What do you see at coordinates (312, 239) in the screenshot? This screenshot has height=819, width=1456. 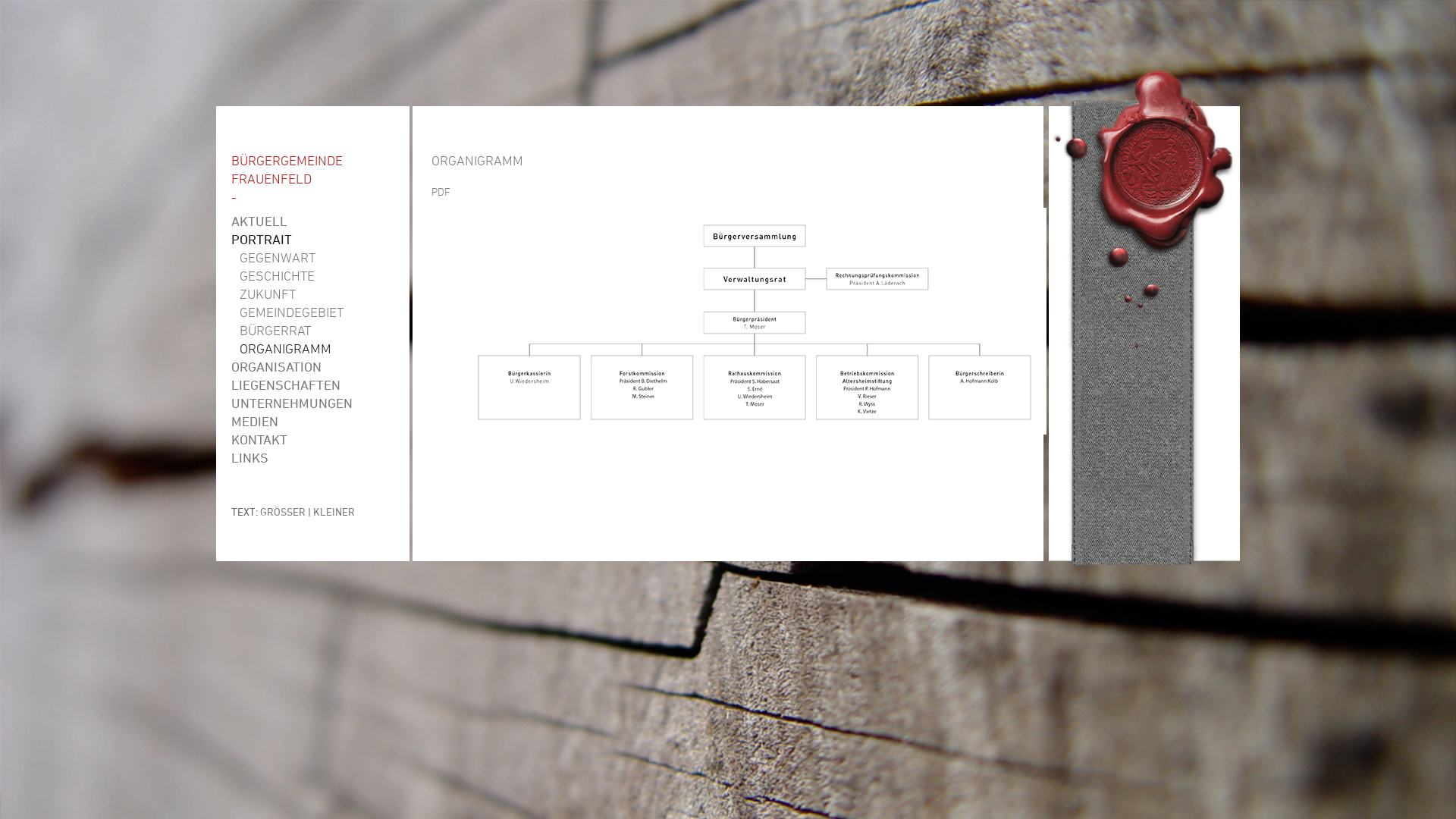 I see `'PORTRAIT'` at bounding box center [312, 239].